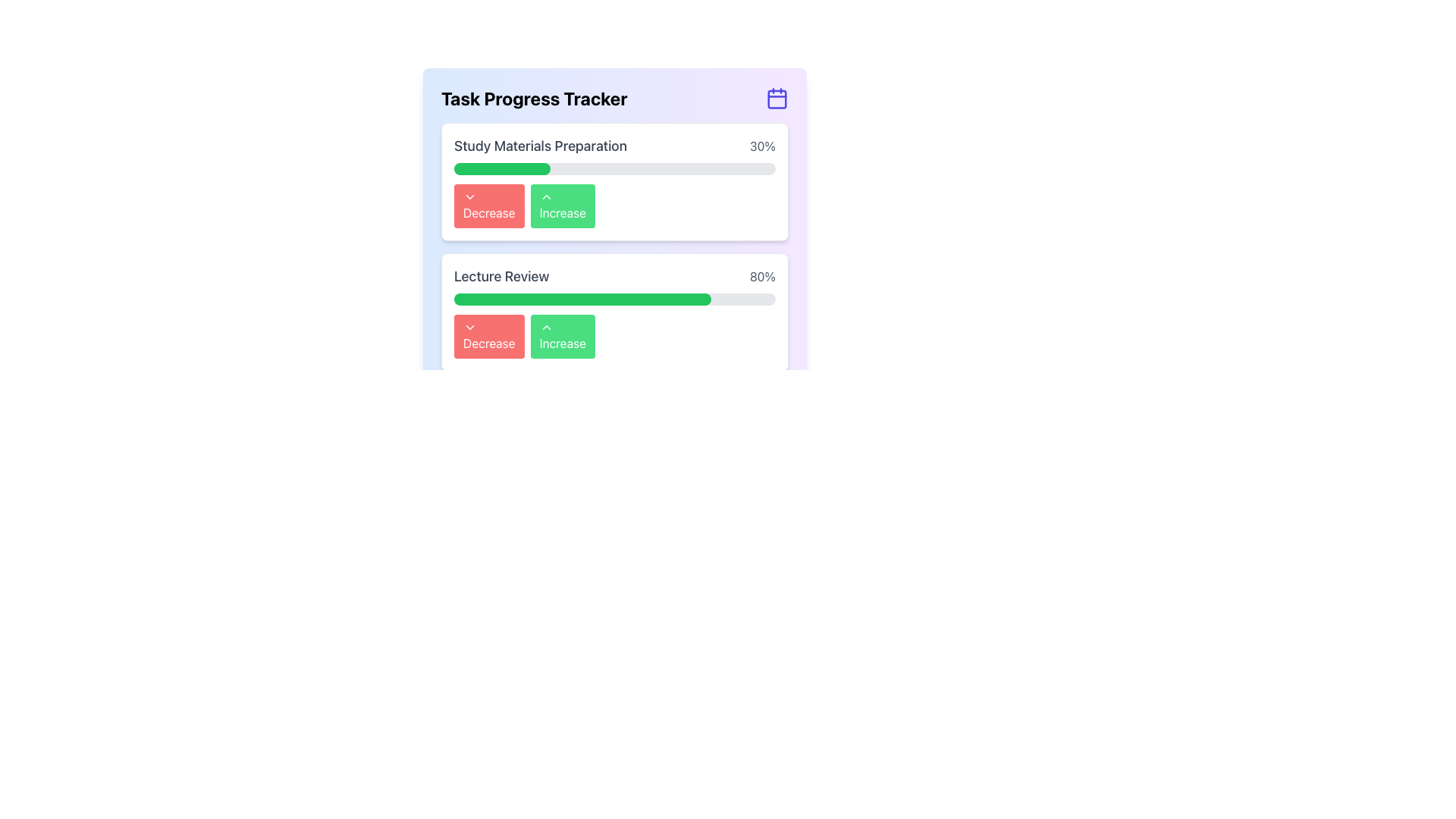 This screenshot has height=819, width=1456. I want to click on the SVG Icon that indicates the 'Decrease' action within the 'Decrease' button of the 'Study Materials Preparation' progress tracker, located above the 30% completion progress bar, so click(469, 196).